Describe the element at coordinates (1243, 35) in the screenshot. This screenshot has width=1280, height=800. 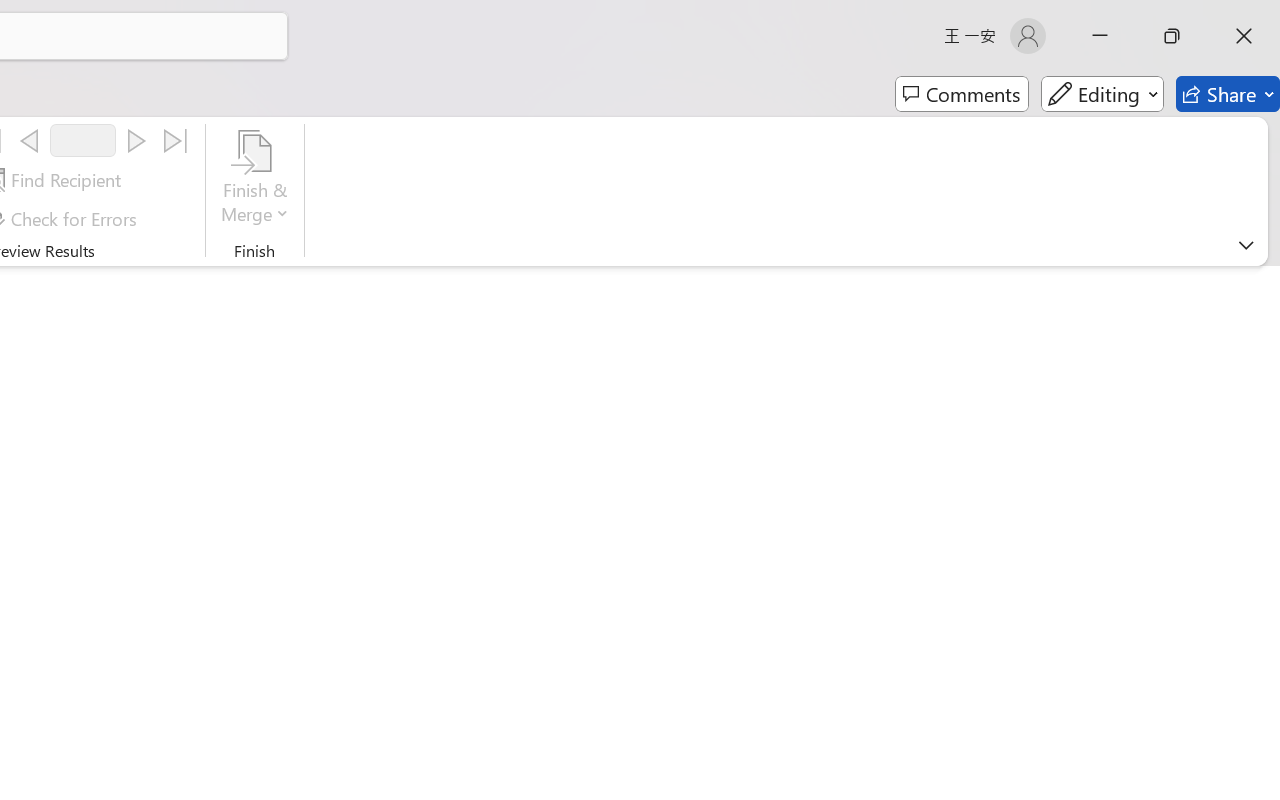
I see `'Close'` at that location.